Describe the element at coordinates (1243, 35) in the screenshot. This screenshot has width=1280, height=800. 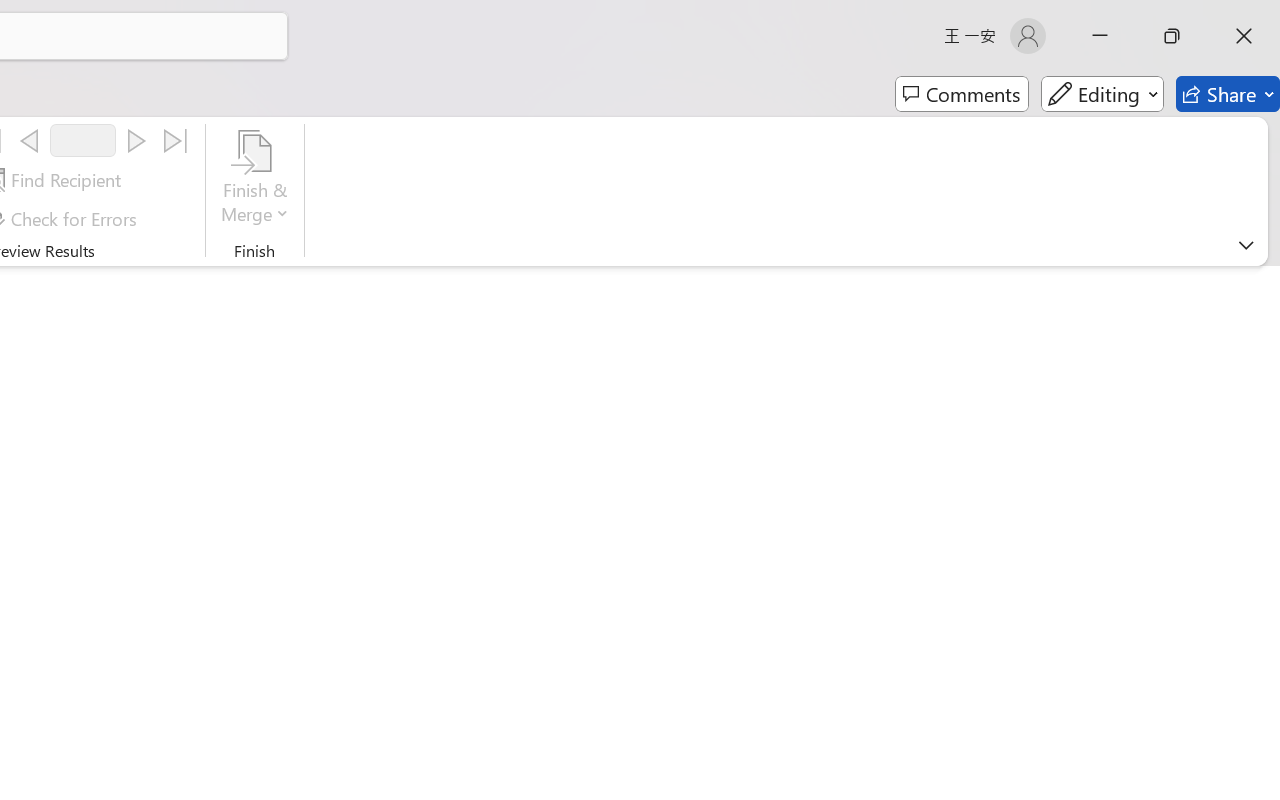
I see `'Close'` at that location.